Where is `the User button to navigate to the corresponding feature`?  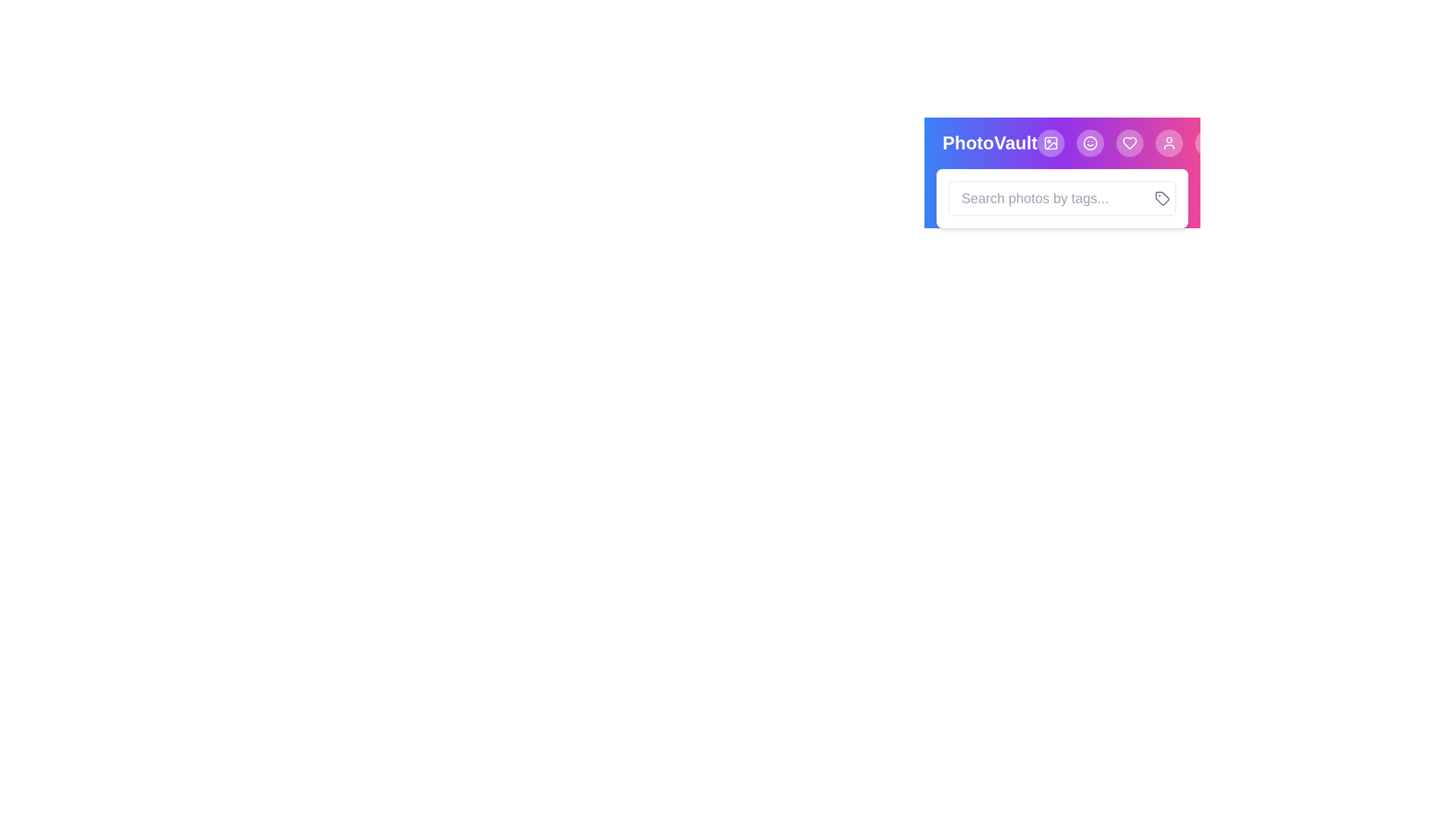 the User button to navigate to the corresponding feature is located at coordinates (1169, 143).